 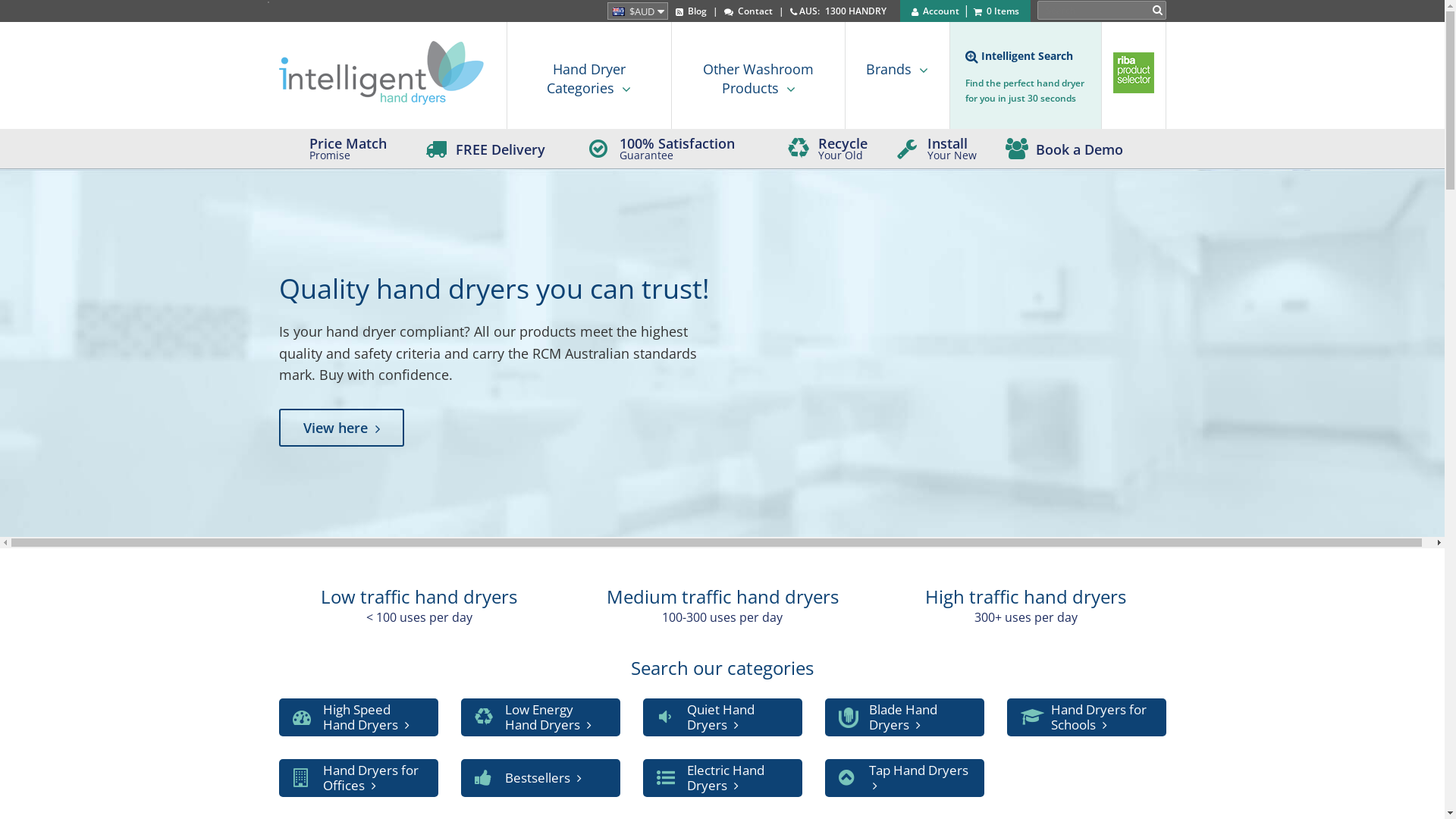 What do you see at coordinates (905, 717) in the screenshot?
I see `'Blade Hand Dryers'` at bounding box center [905, 717].